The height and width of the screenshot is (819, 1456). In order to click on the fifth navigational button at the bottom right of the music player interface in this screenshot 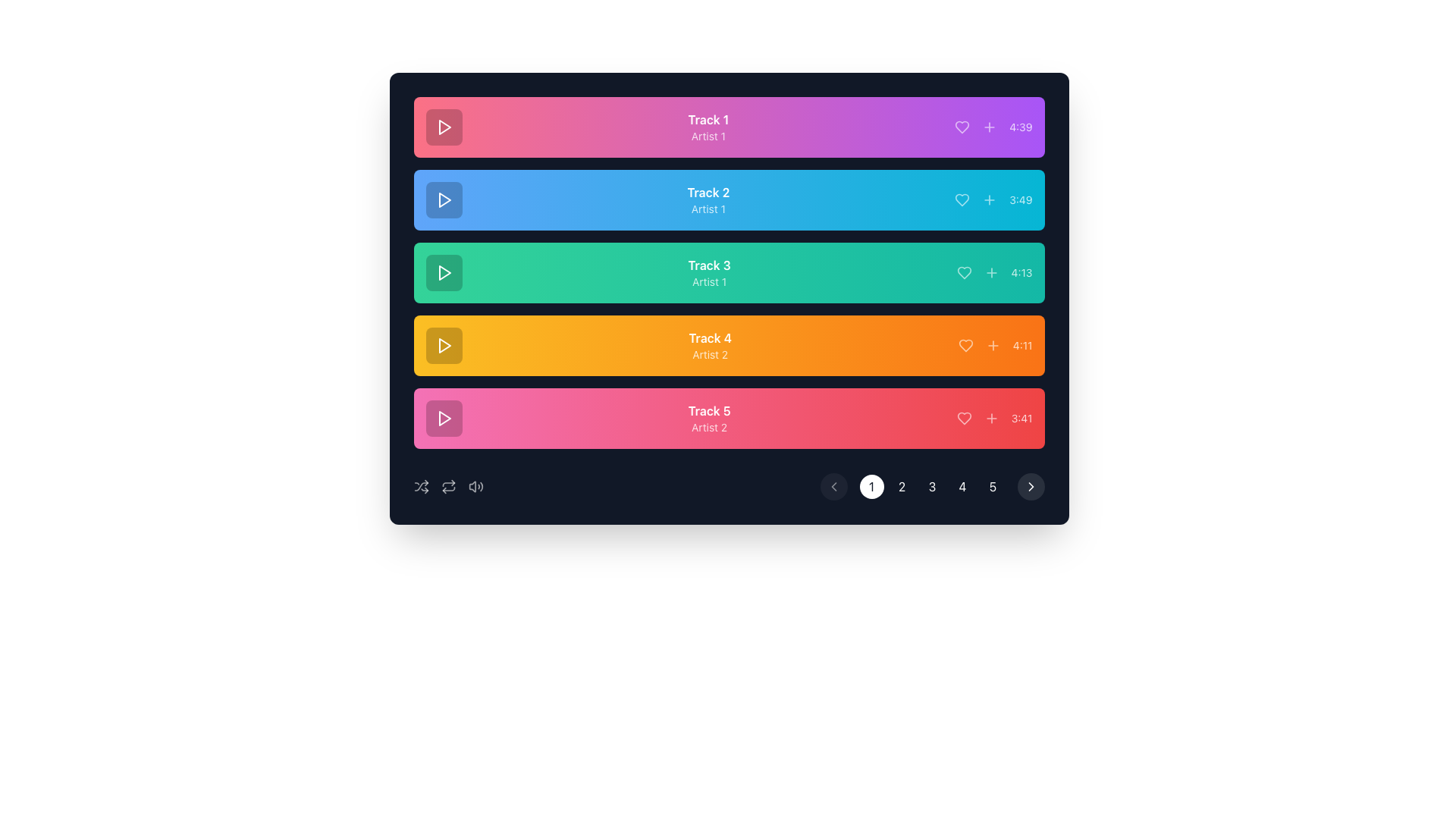, I will do `click(993, 486)`.